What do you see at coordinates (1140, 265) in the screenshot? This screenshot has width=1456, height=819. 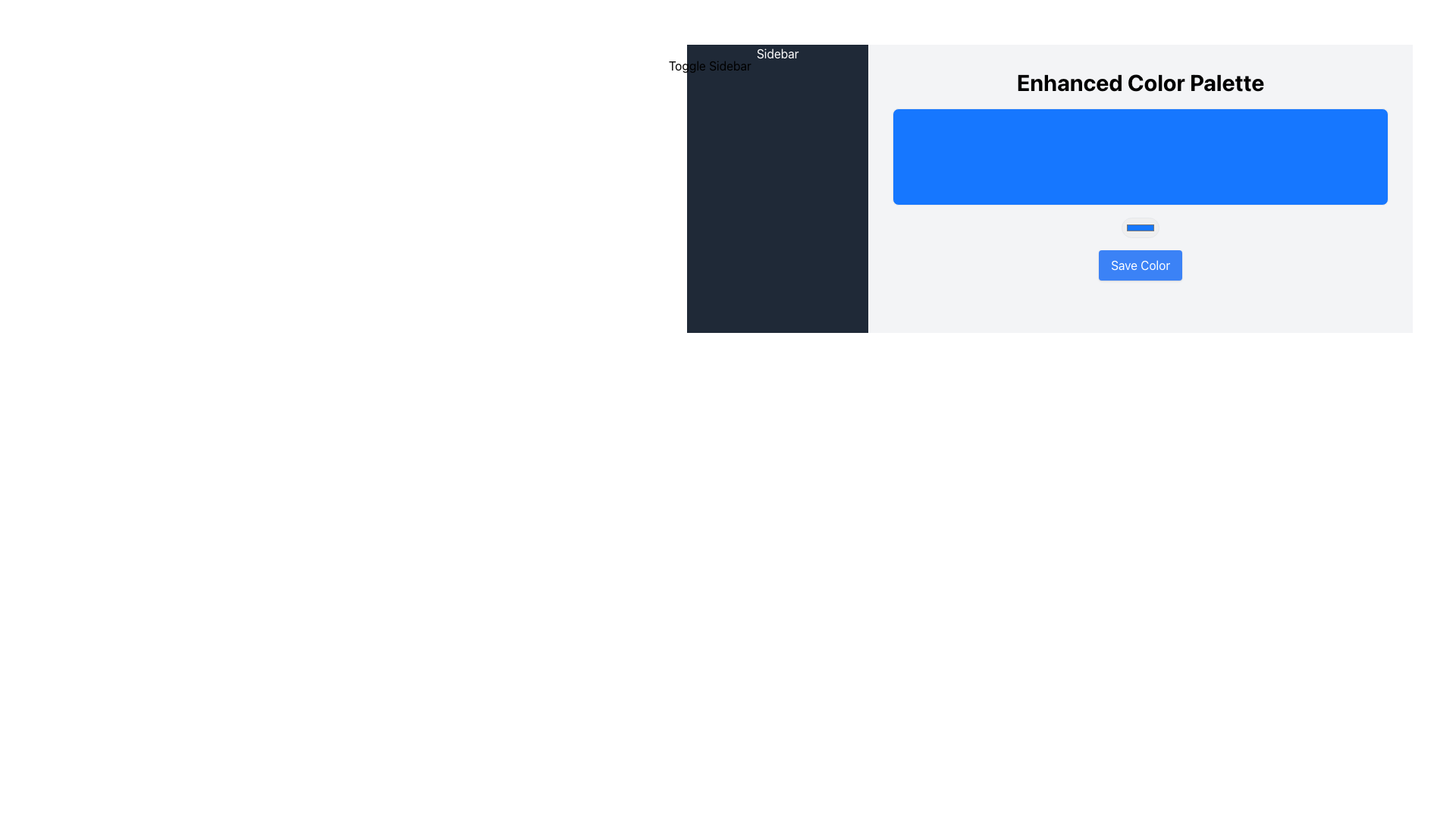 I see `the save button located in the lower section of the layout, directly beneath the color preview bar` at bounding box center [1140, 265].